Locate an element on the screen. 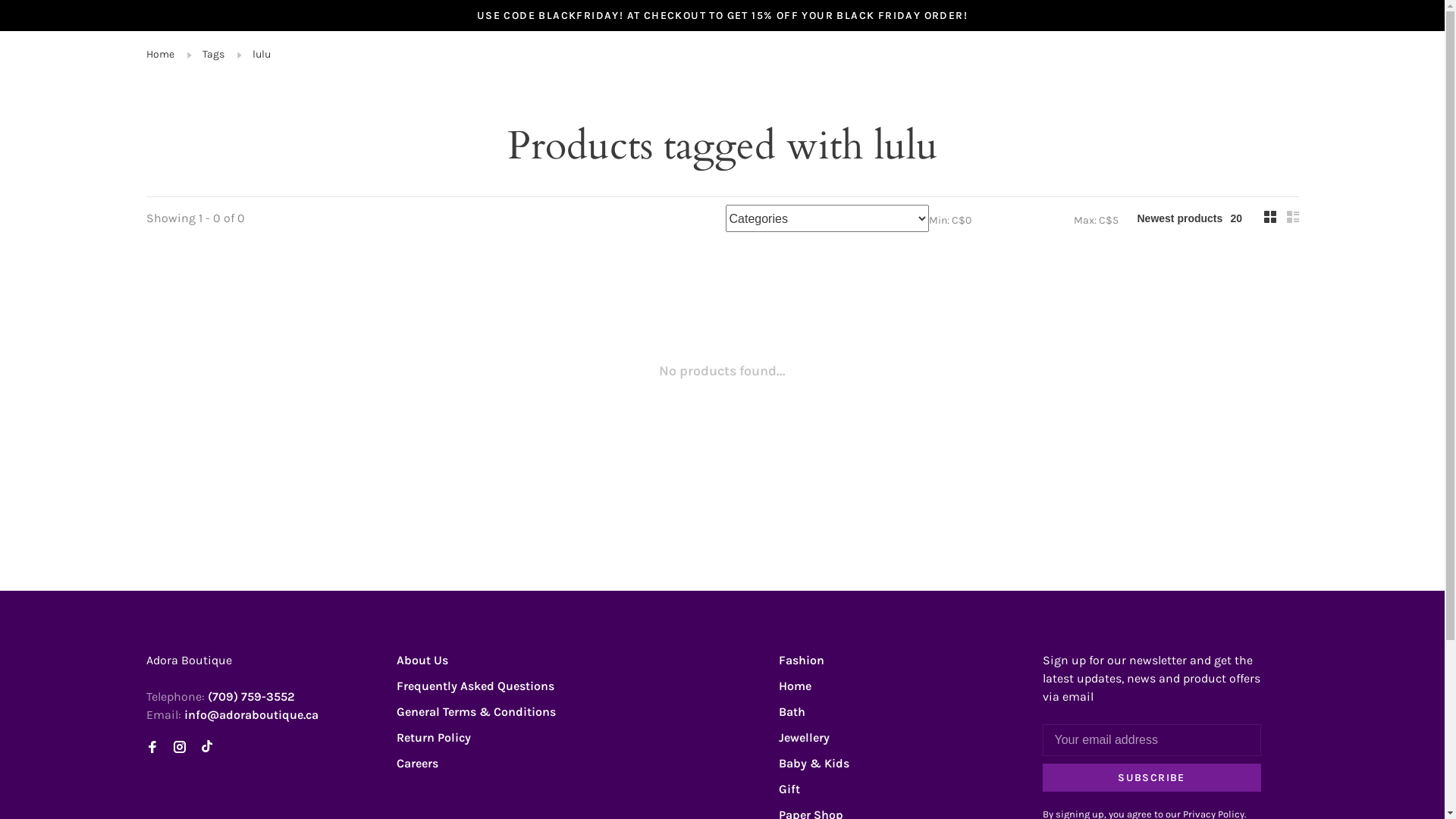  'Telephone: (709) 759-3552' is located at coordinates (218, 696).